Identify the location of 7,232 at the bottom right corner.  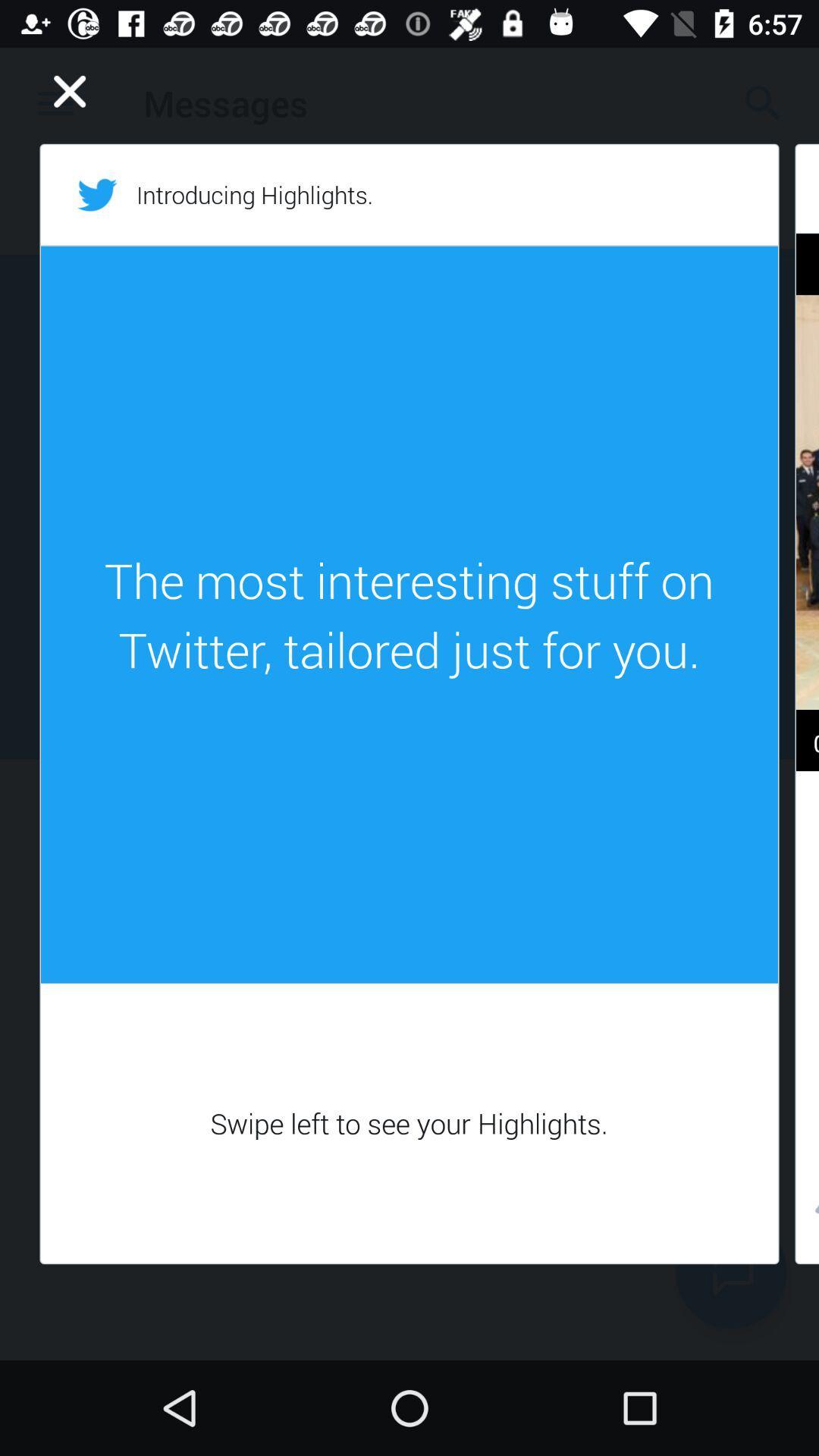
(806, 1213).